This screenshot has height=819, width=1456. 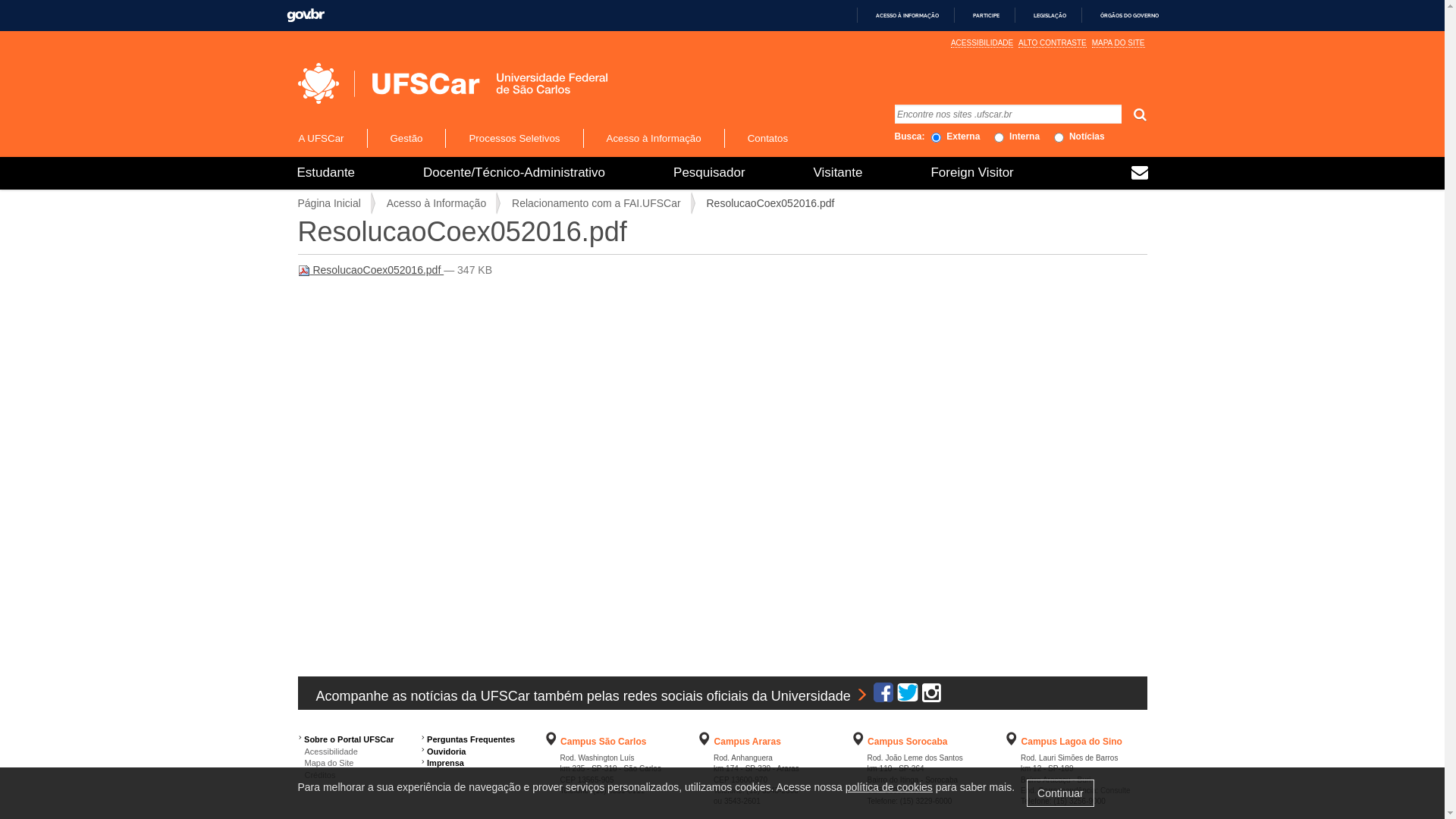 I want to click on 'Estudante', so click(x=262, y=171).